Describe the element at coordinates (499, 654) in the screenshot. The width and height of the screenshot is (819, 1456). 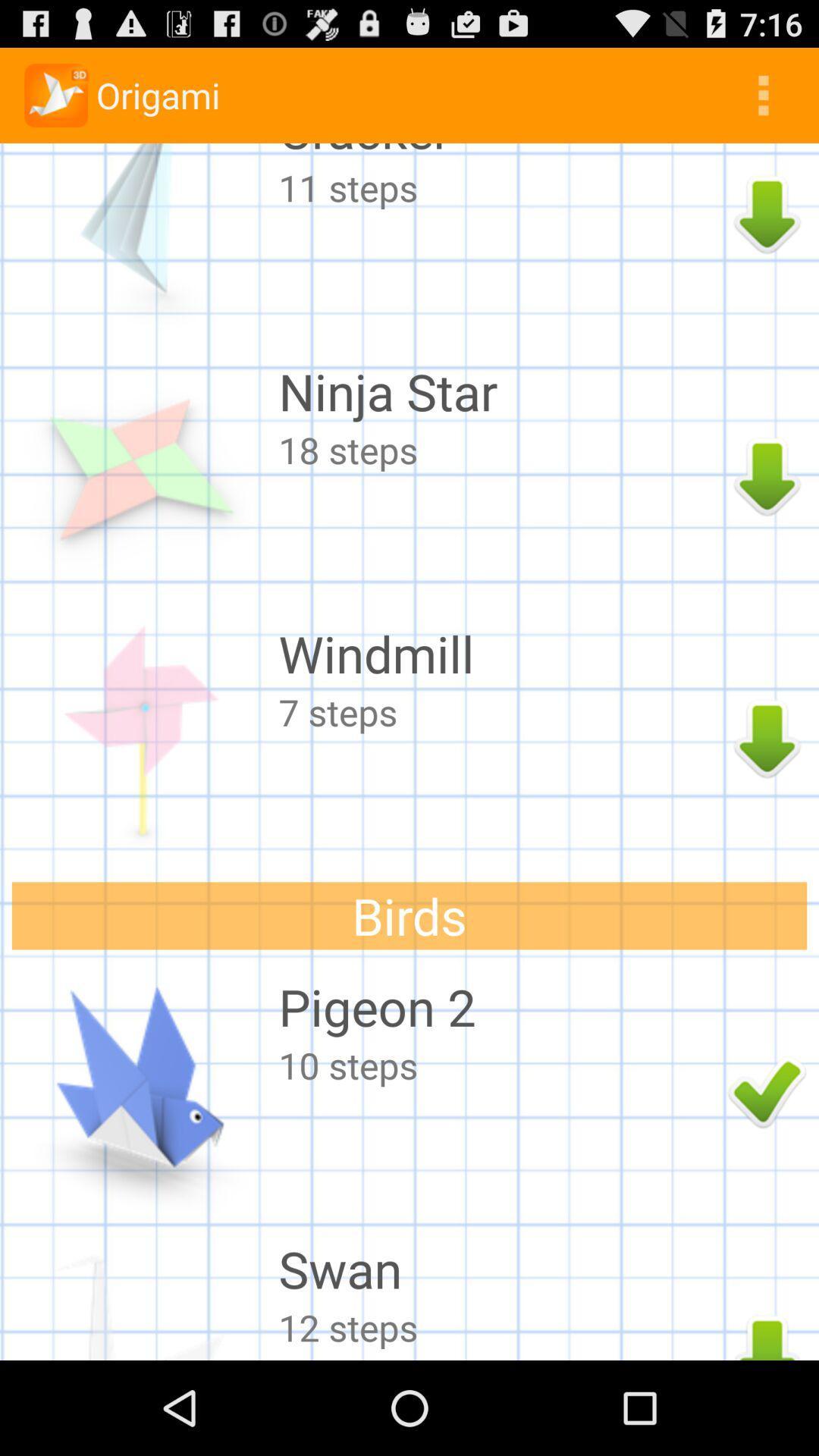
I see `the windmill icon` at that location.